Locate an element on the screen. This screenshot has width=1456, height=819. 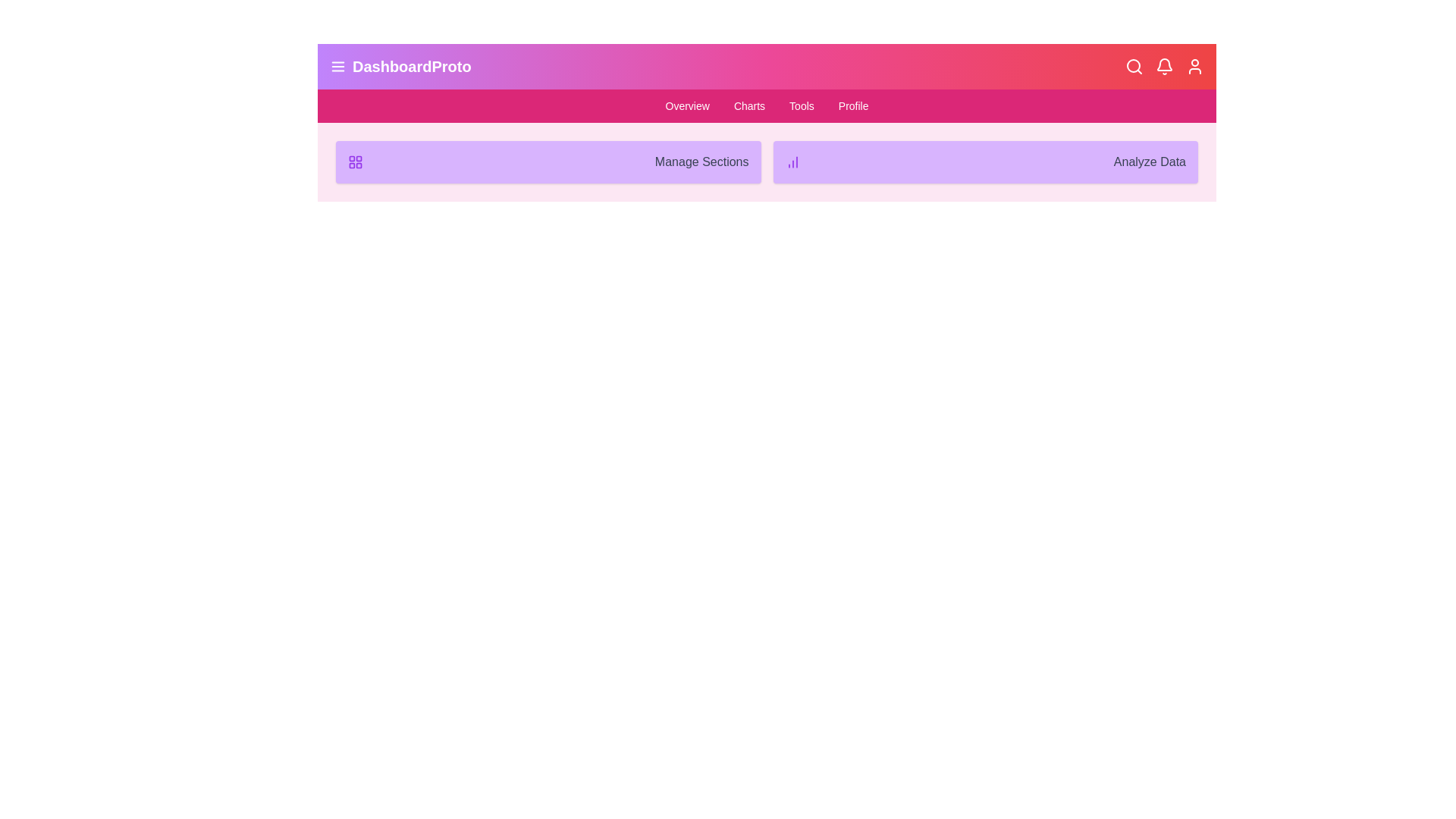
the 'Manage Sections' action card to explore its functionality is located at coordinates (548, 162).